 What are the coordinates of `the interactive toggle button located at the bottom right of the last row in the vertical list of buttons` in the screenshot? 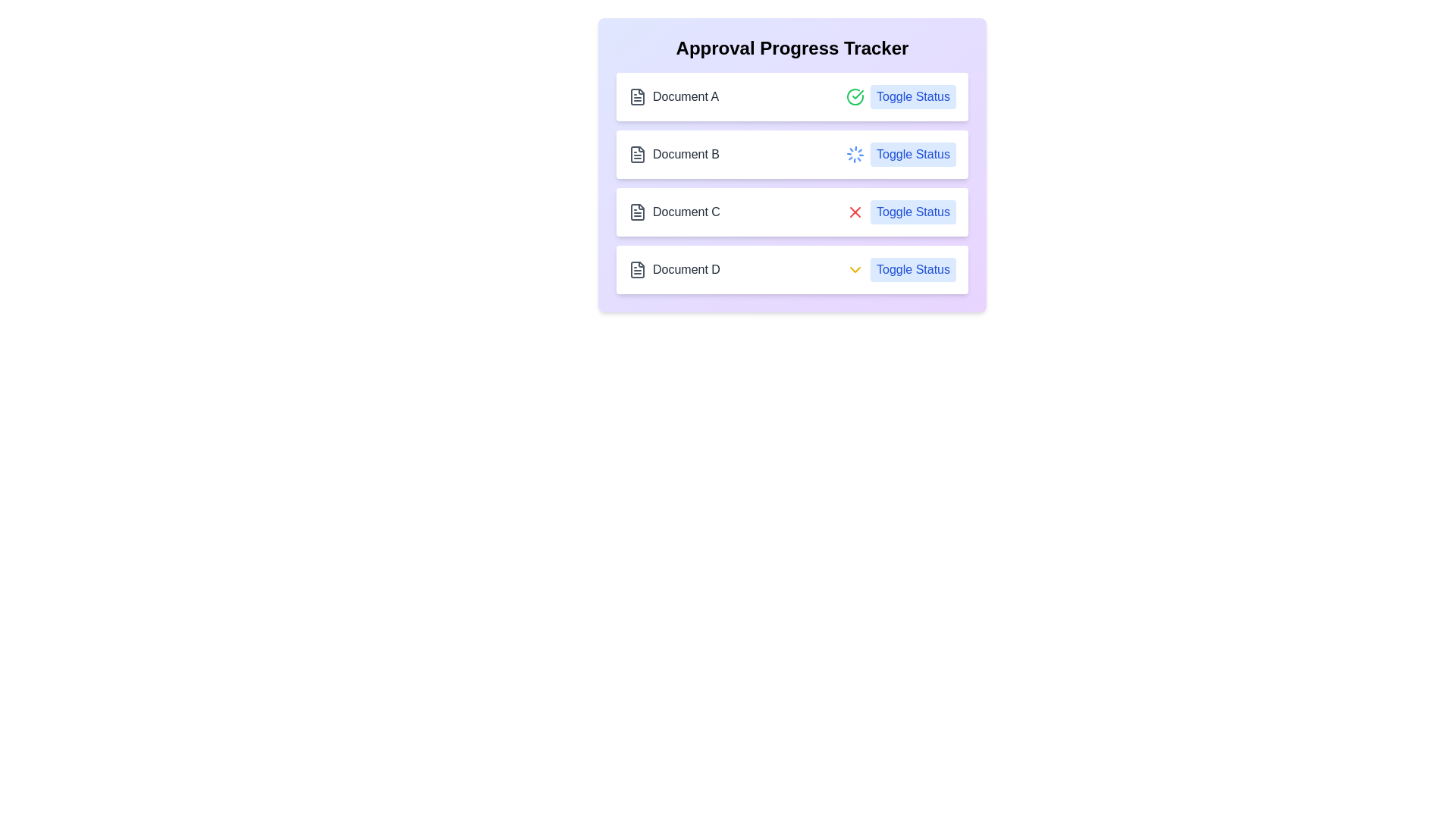 It's located at (912, 268).